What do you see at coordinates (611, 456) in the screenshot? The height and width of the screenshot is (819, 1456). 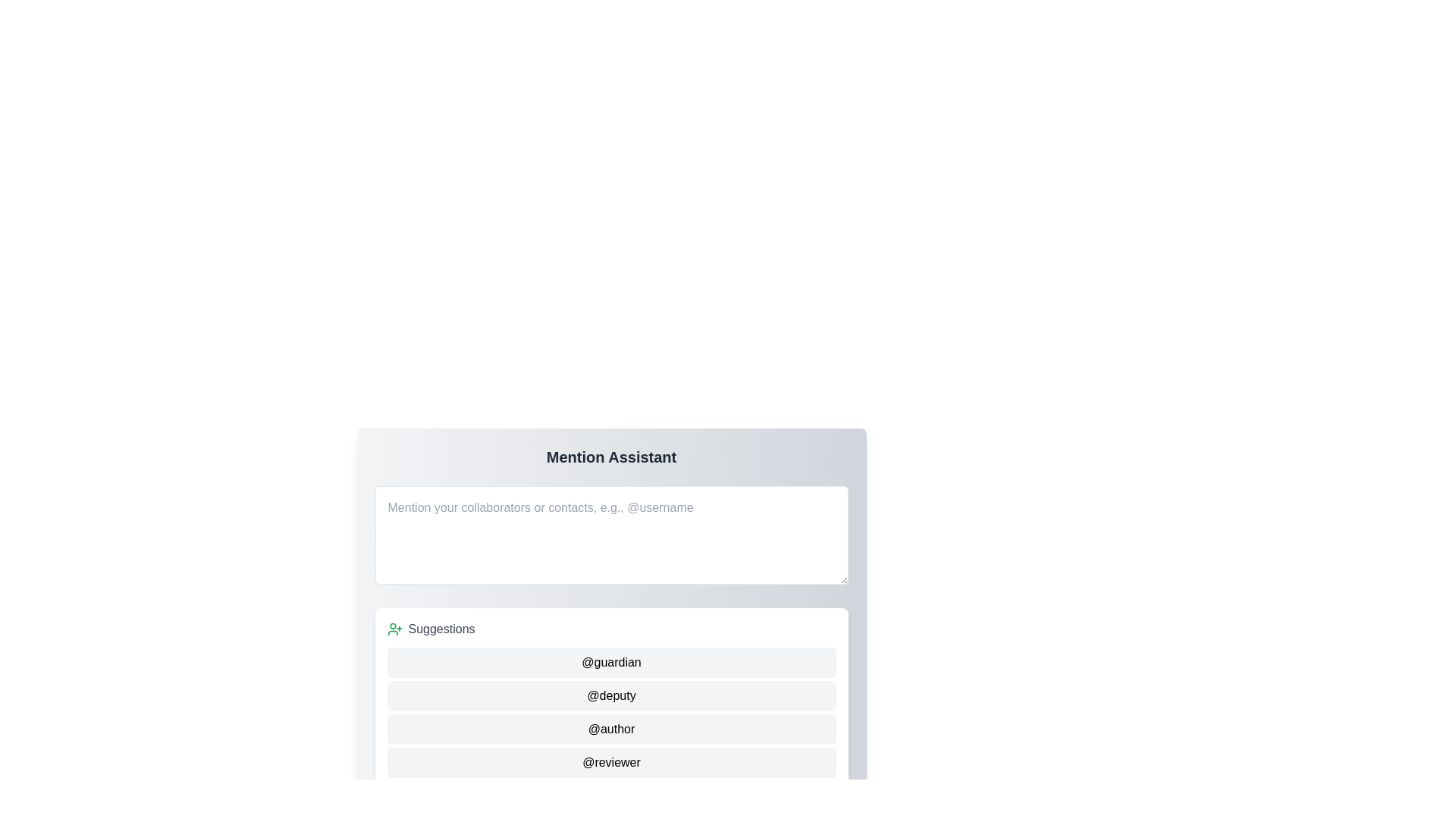 I see `heading labeled 'Mention Assistant', which is a bold, large, dark gray text located at the top of the card-like interface section` at bounding box center [611, 456].